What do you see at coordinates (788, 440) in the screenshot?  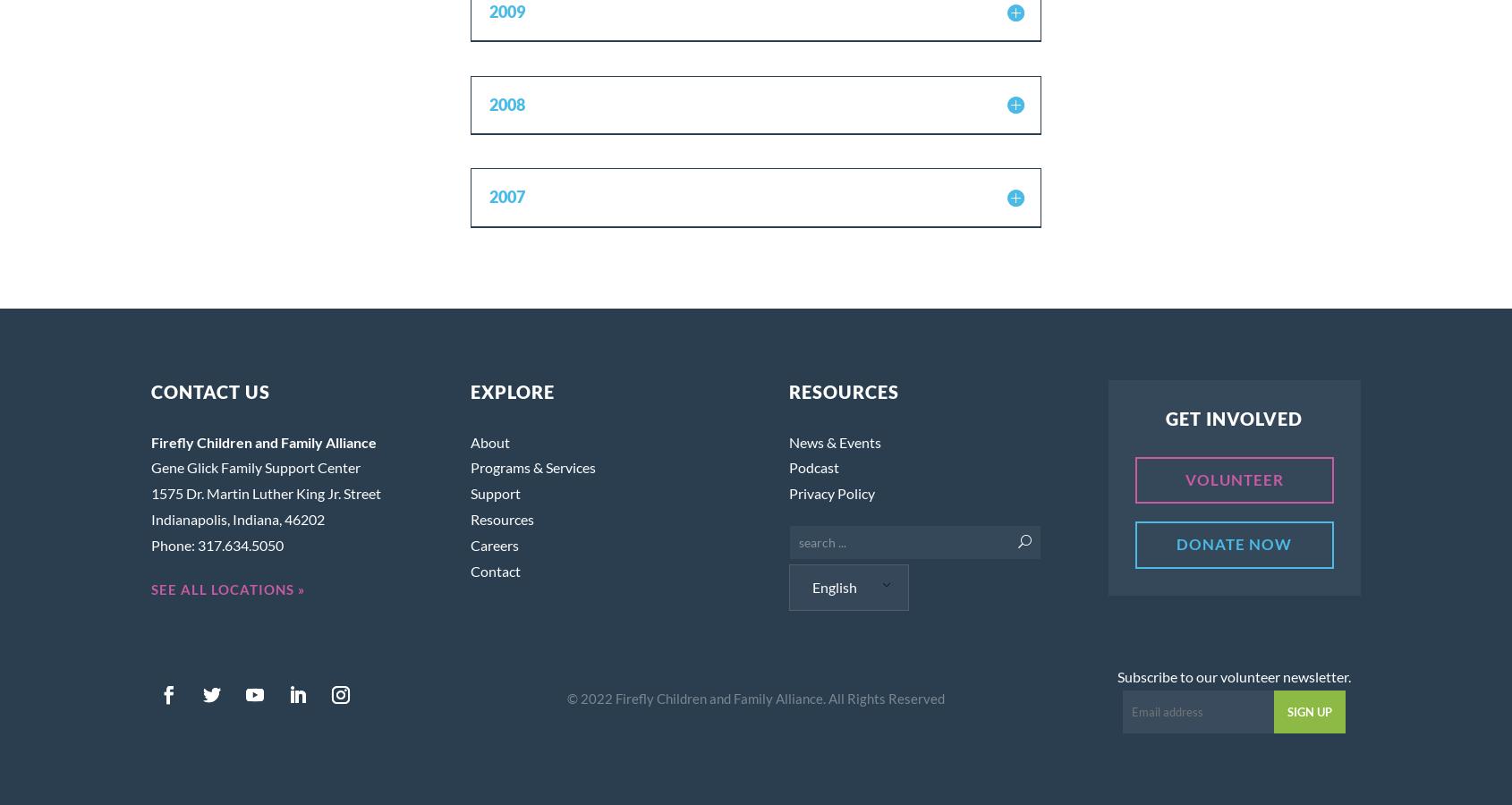 I see `'News & Events'` at bounding box center [788, 440].